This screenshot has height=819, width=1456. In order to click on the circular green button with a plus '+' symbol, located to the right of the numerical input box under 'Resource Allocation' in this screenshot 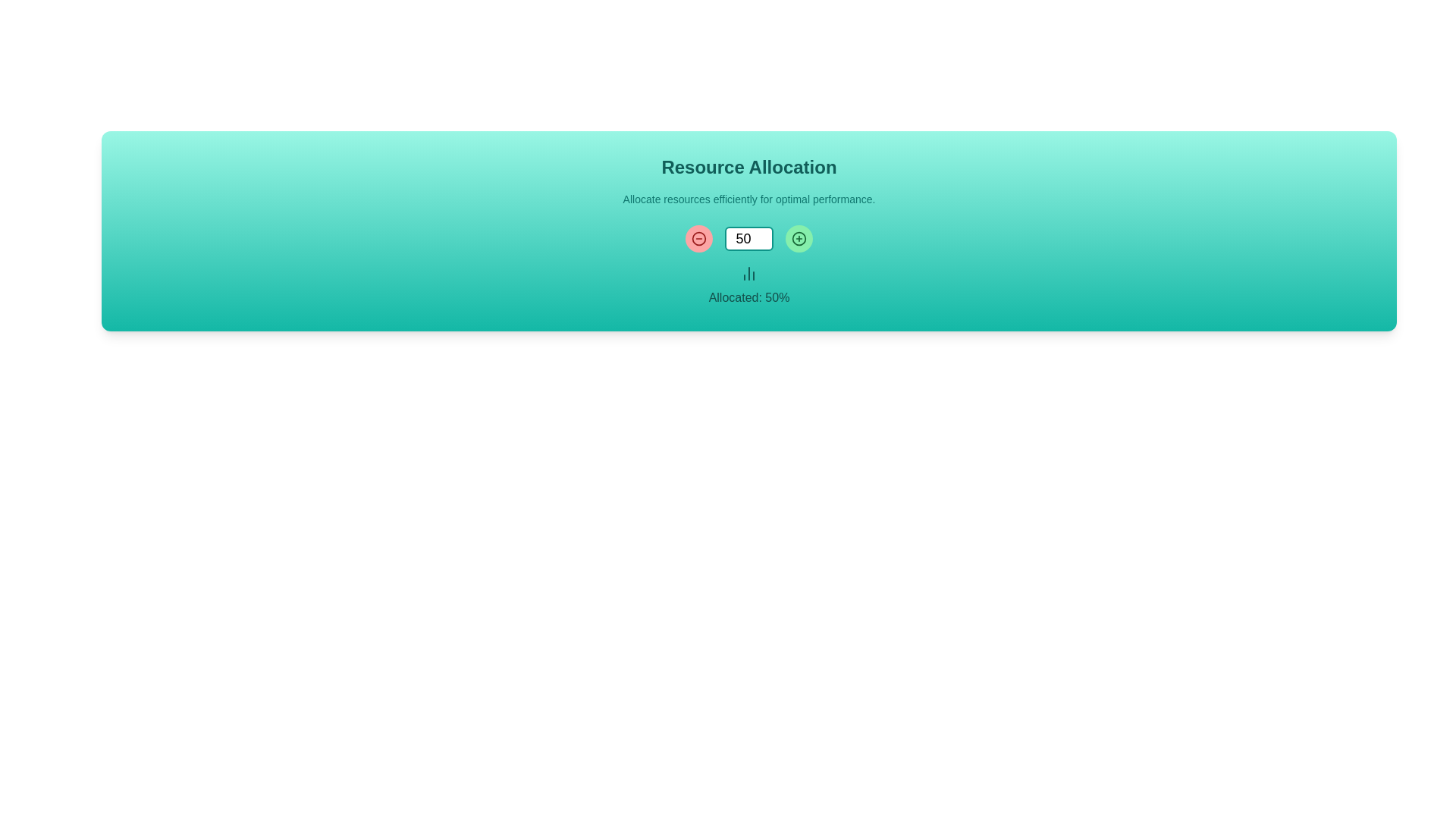, I will do `click(799, 239)`.